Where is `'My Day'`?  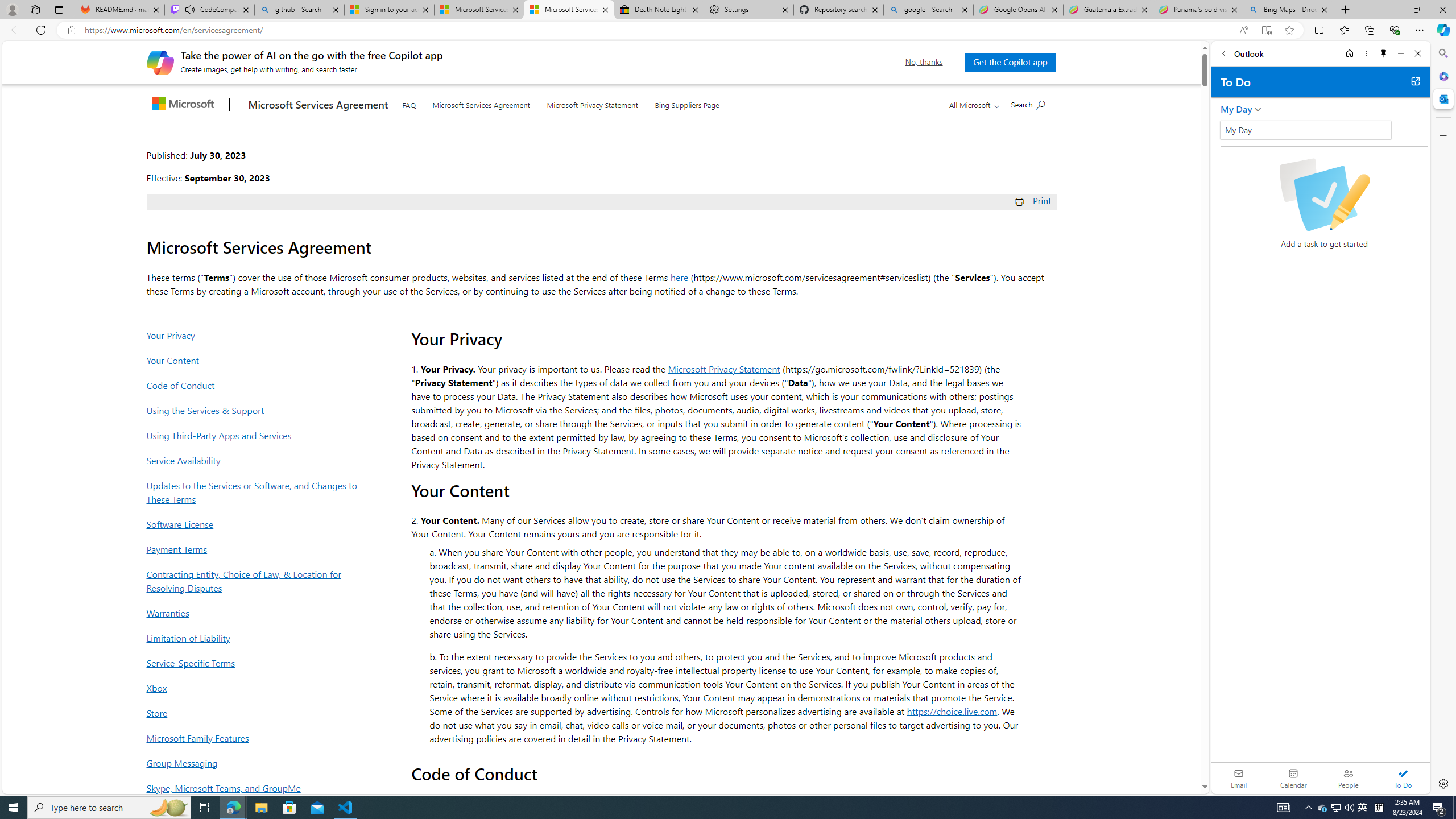
'My Day' is located at coordinates (1305, 129).